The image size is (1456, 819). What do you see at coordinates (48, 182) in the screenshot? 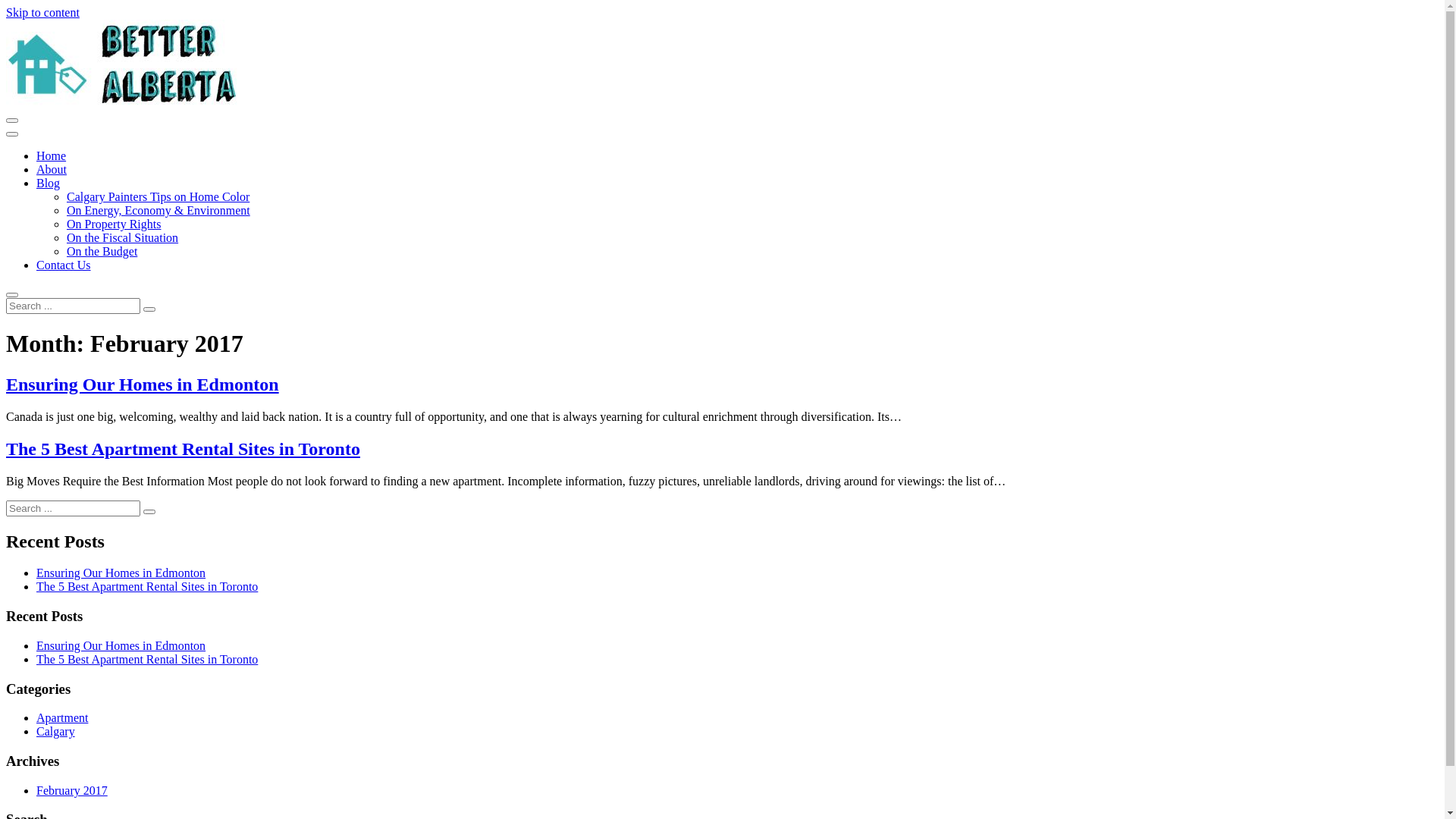
I see `'Blog'` at bounding box center [48, 182].